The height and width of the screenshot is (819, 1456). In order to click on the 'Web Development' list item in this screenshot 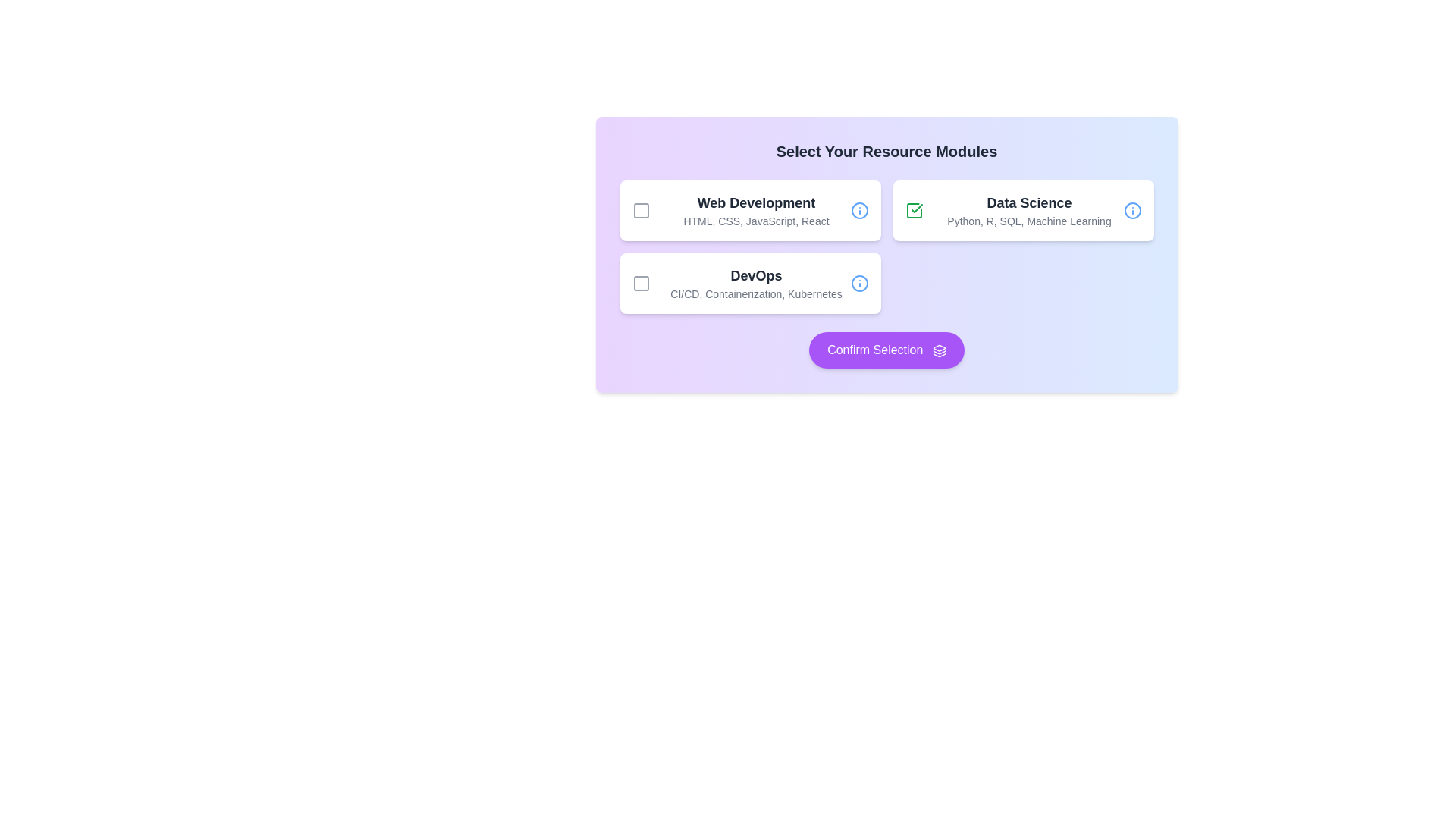, I will do `click(750, 210)`.